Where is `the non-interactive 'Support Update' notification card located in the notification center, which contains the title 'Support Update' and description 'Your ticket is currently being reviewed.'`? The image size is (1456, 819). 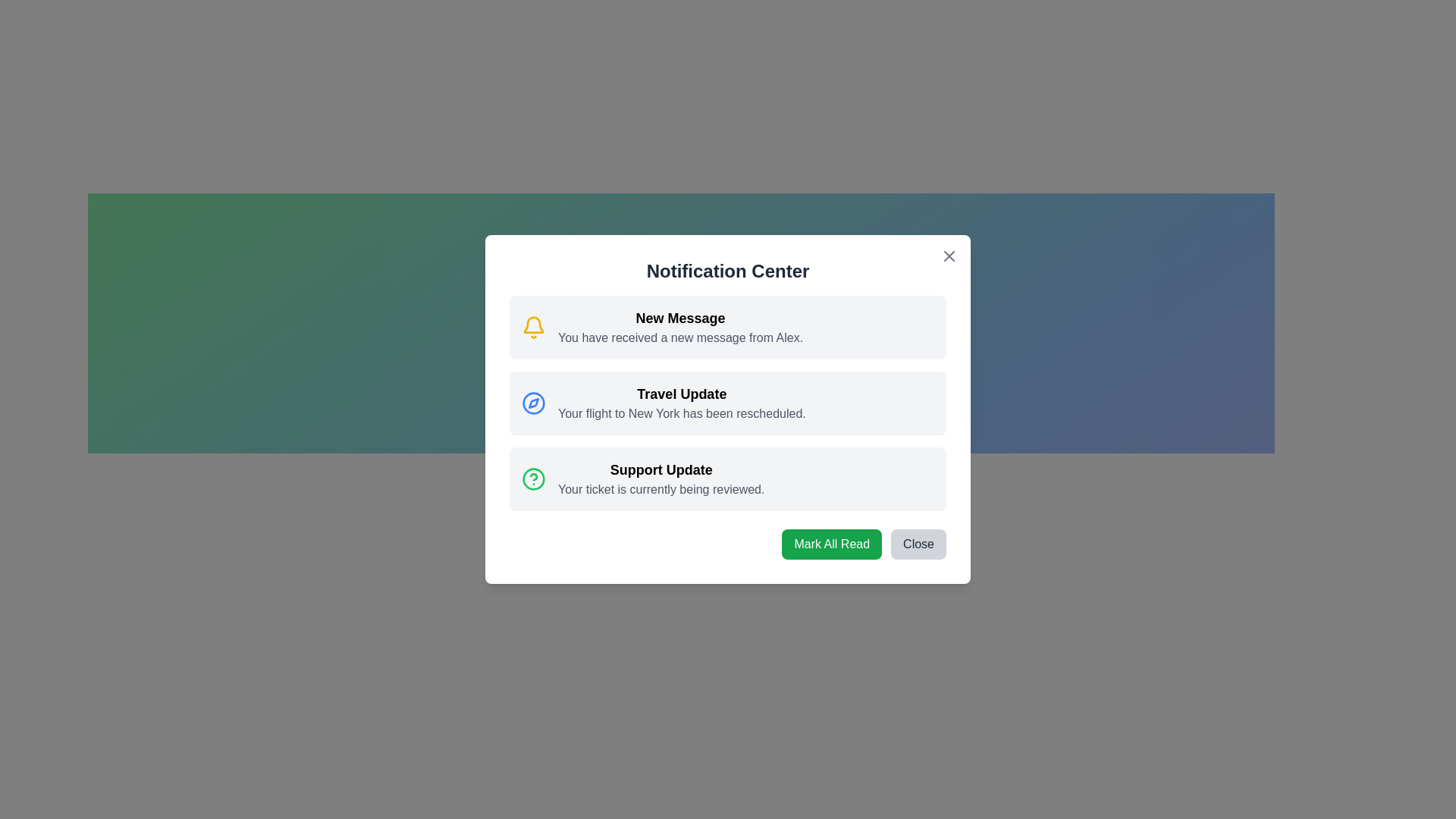
the non-interactive 'Support Update' notification card located in the notification center, which contains the title 'Support Update' and description 'Your ticket is currently being reviewed.' is located at coordinates (661, 479).